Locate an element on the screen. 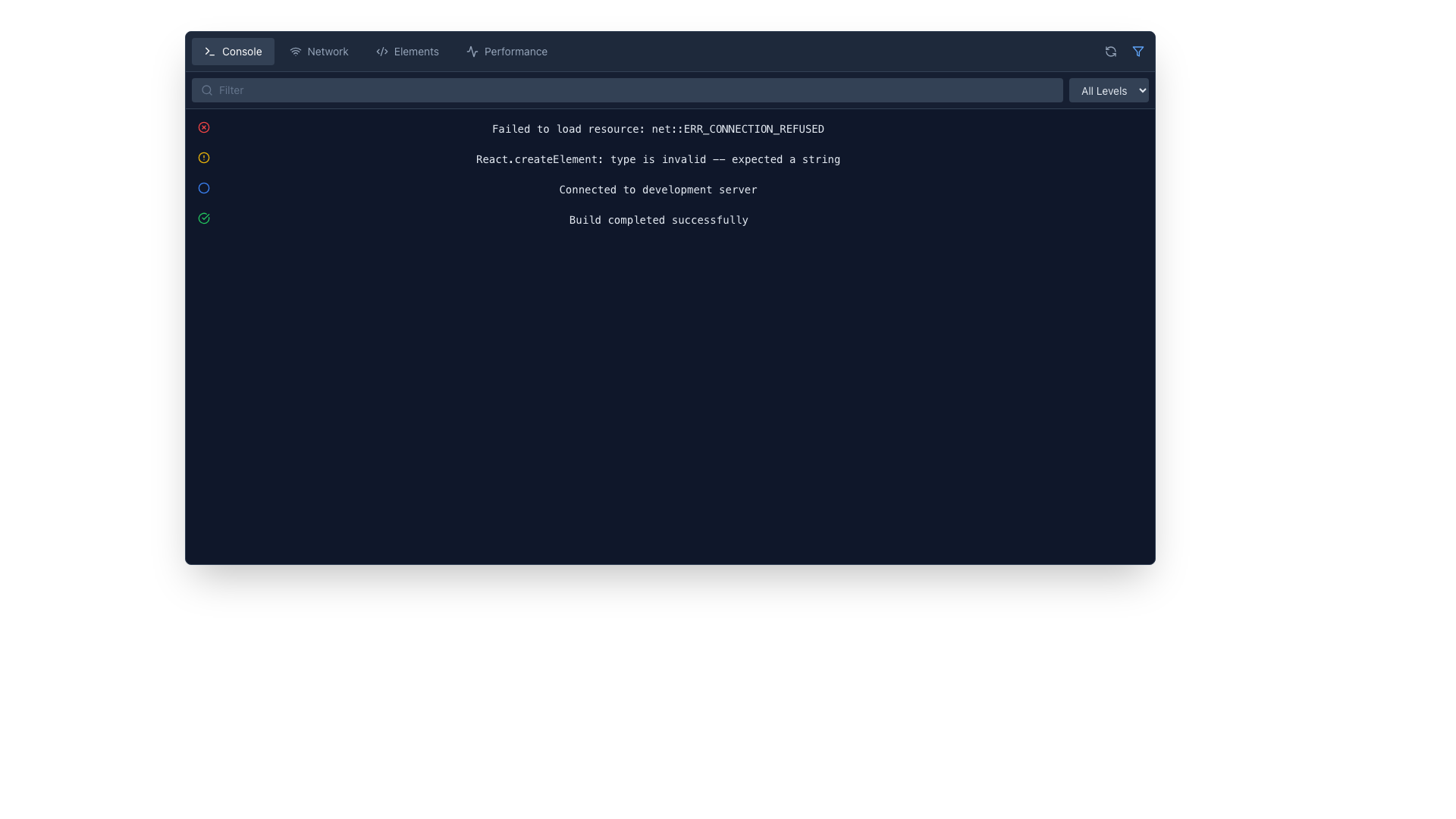 This screenshot has height=819, width=1456. the XML code icon located is located at coordinates (381, 51).